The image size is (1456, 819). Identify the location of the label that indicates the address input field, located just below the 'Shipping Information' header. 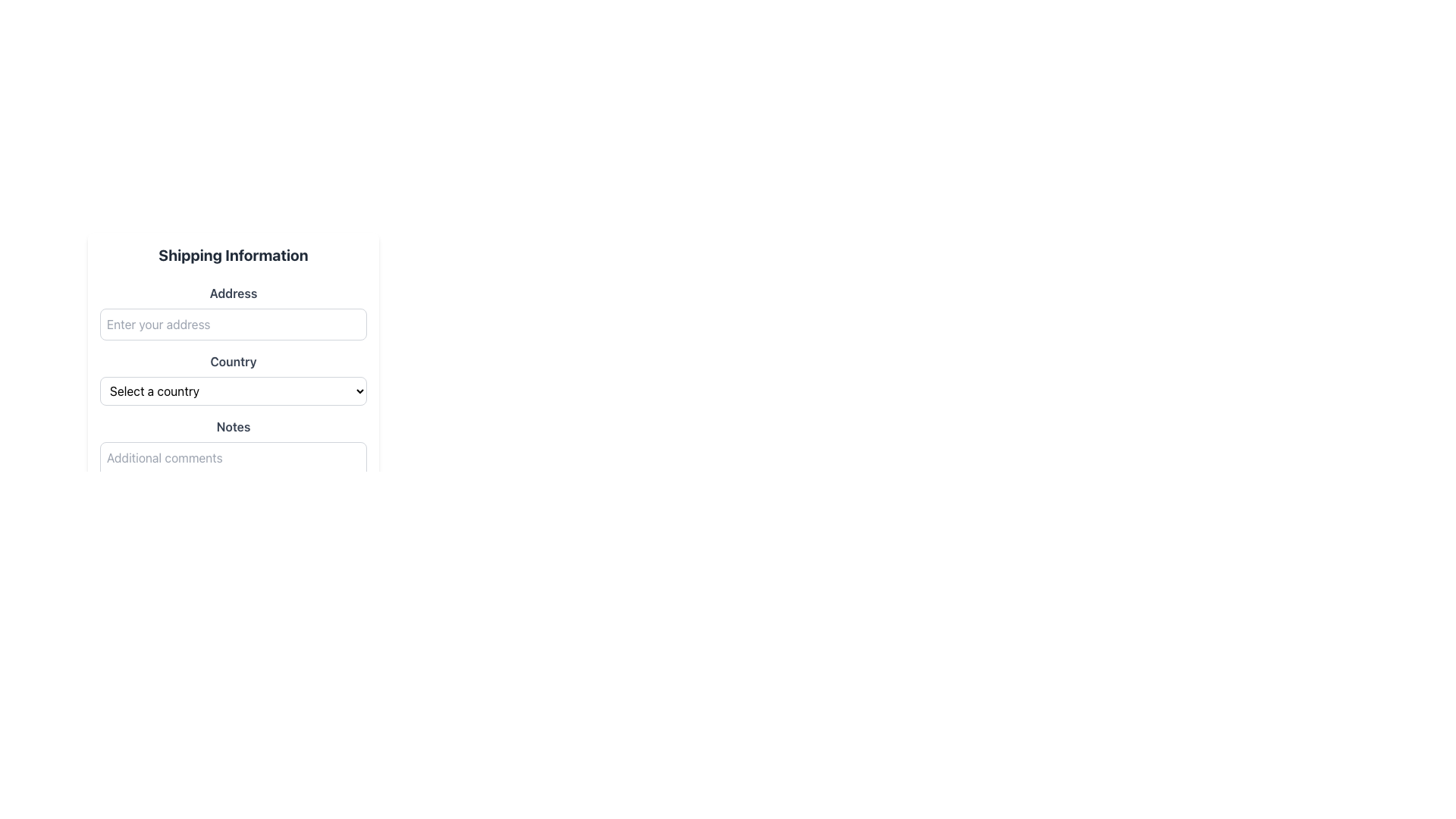
(232, 293).